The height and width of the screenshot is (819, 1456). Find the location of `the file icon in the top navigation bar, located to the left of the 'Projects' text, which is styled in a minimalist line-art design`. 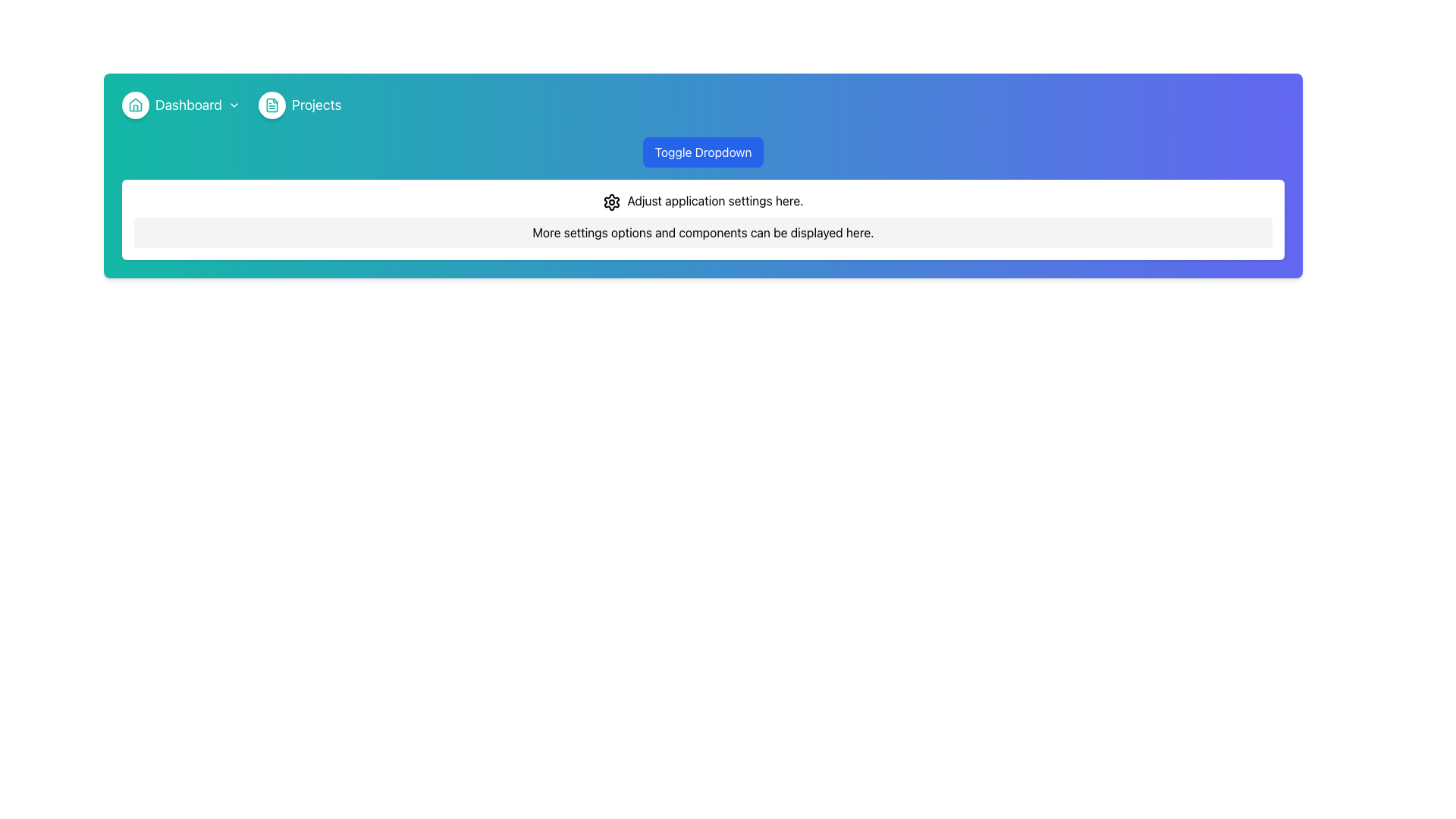

the file icon in the top navigation bar, located to the left of the 'Projects' text, which is styled in a minimalist line-art design is located at coordinates (271, 104).